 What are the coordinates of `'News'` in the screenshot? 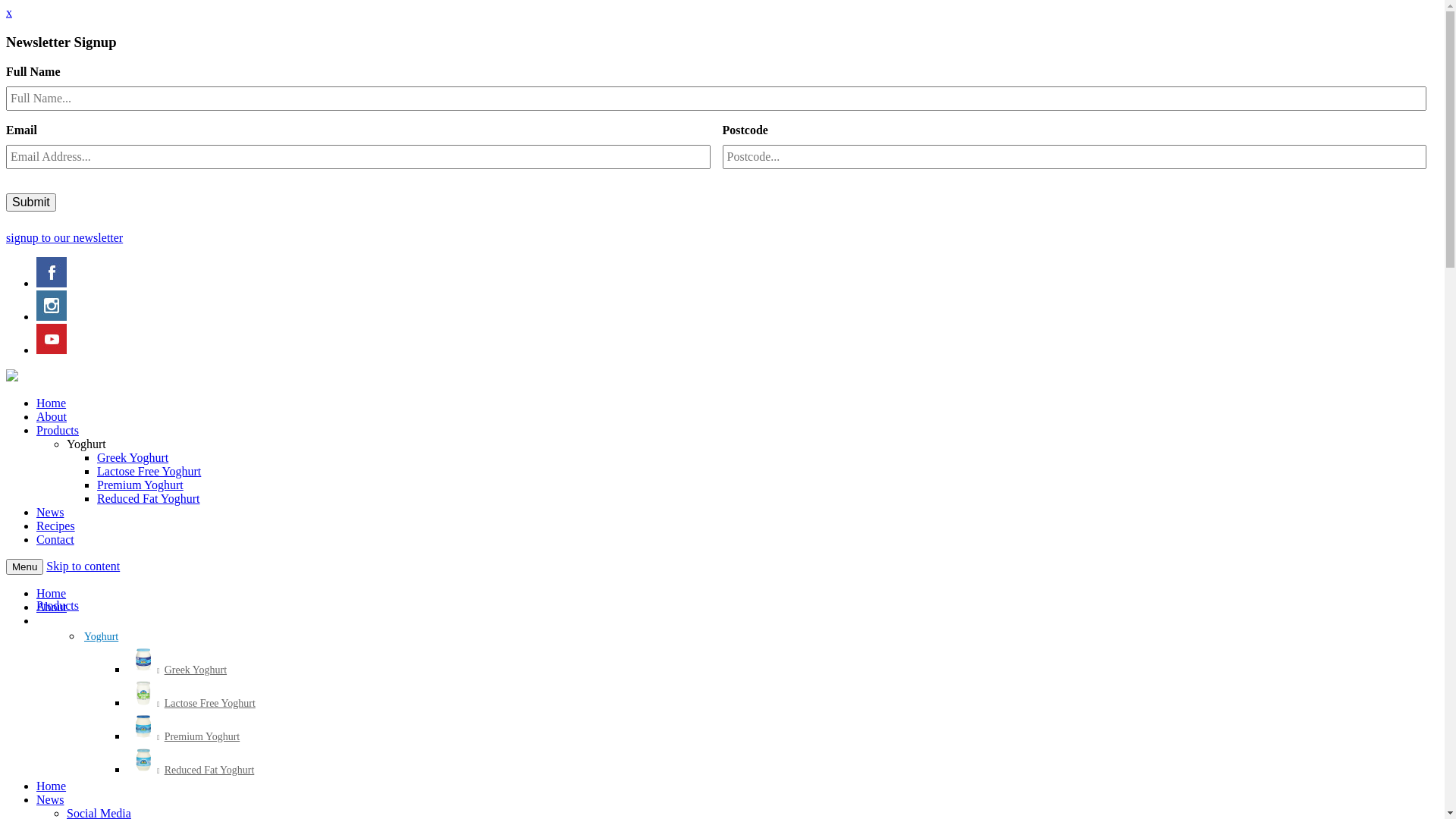 It's located at (50, 512).